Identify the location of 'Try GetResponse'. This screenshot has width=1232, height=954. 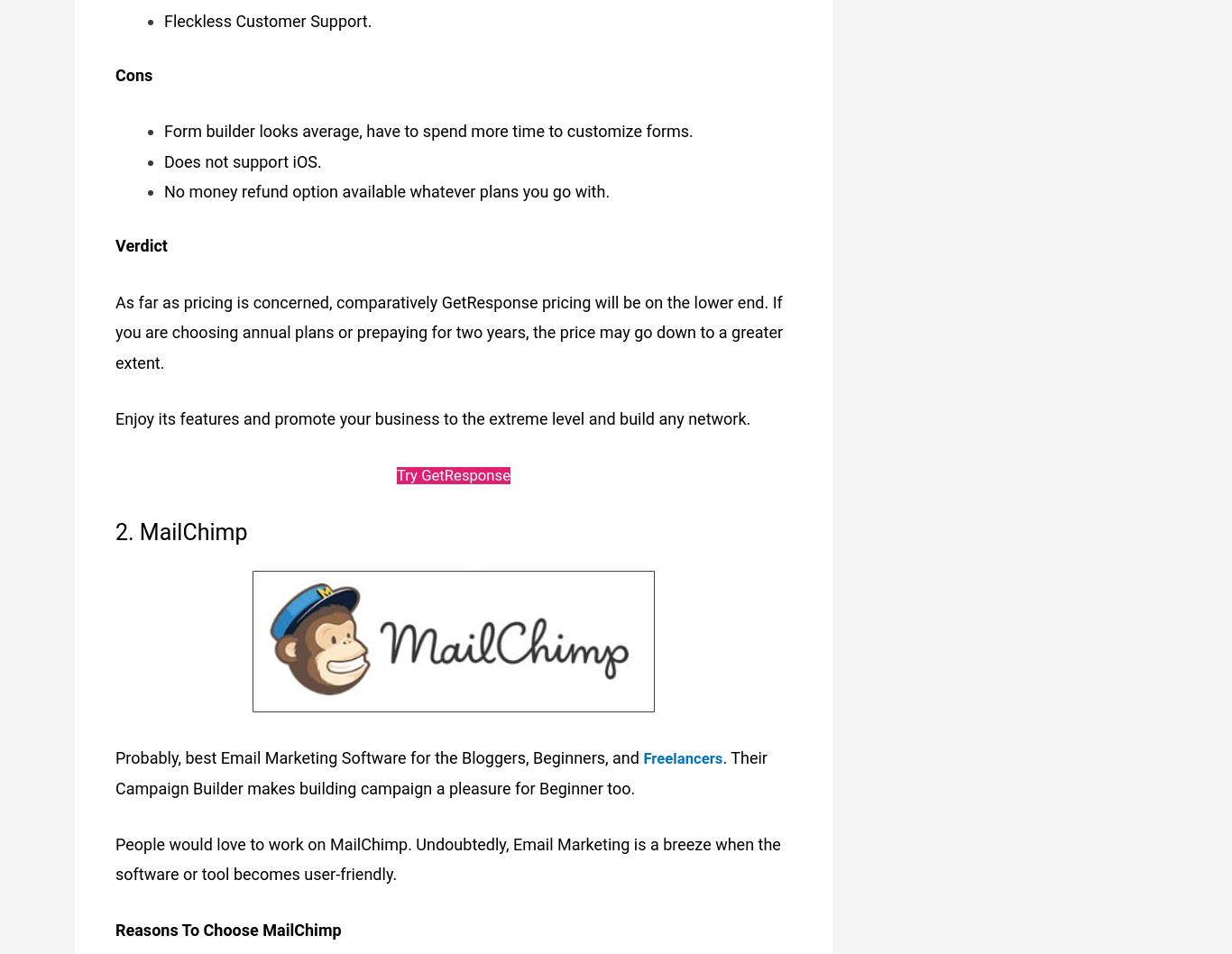
(390, 470).